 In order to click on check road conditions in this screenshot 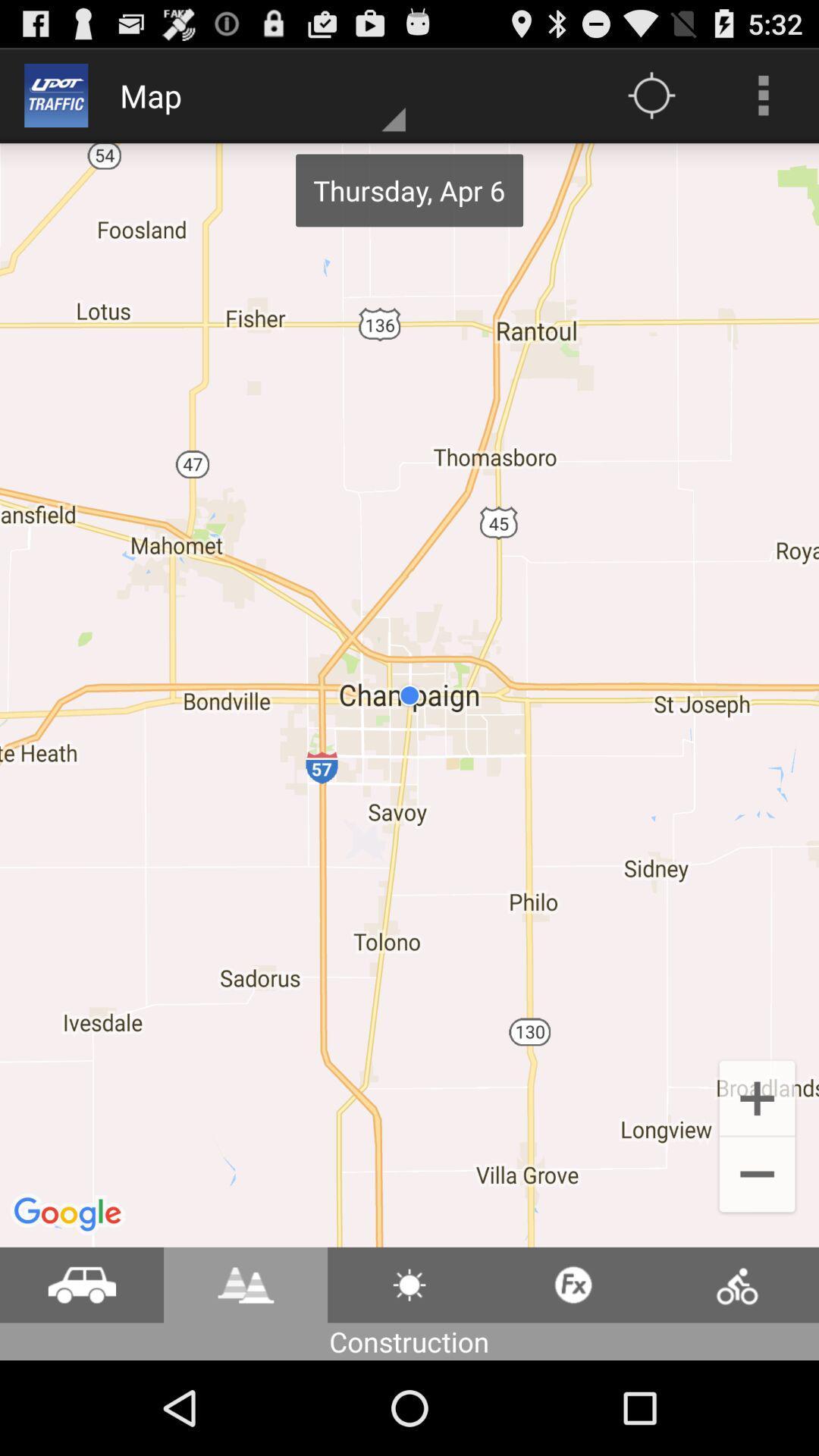, I will do `click(245, 1284)`.